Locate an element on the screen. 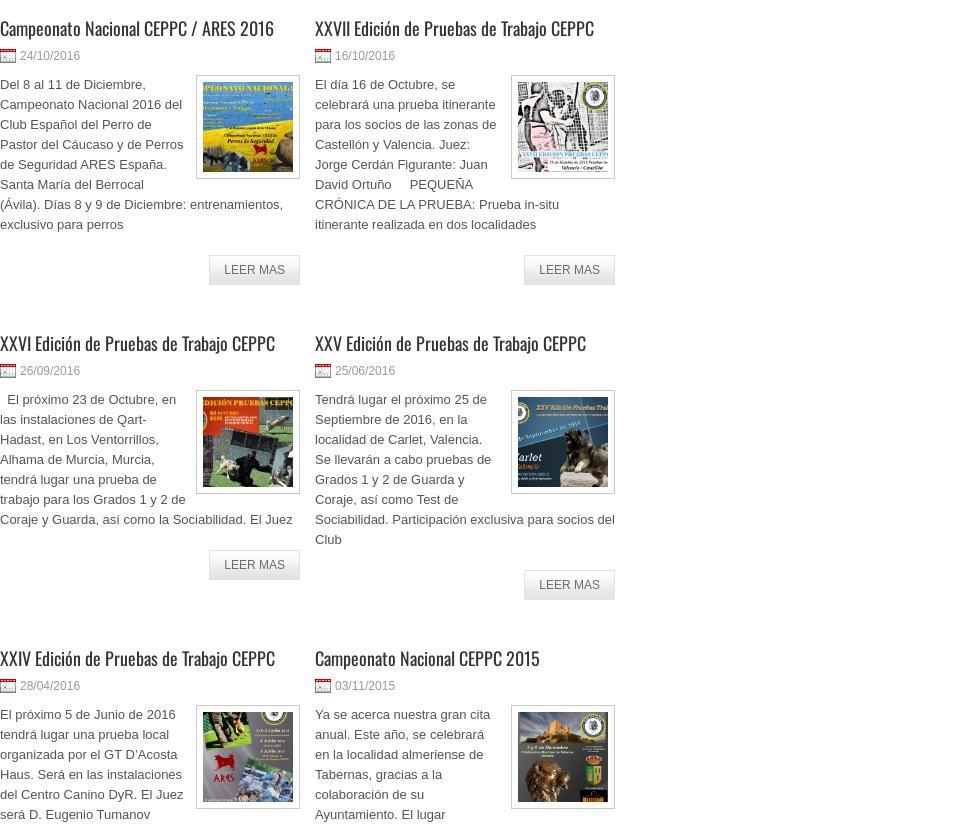  '26/09/2016' is located at coordinates (49, 369).